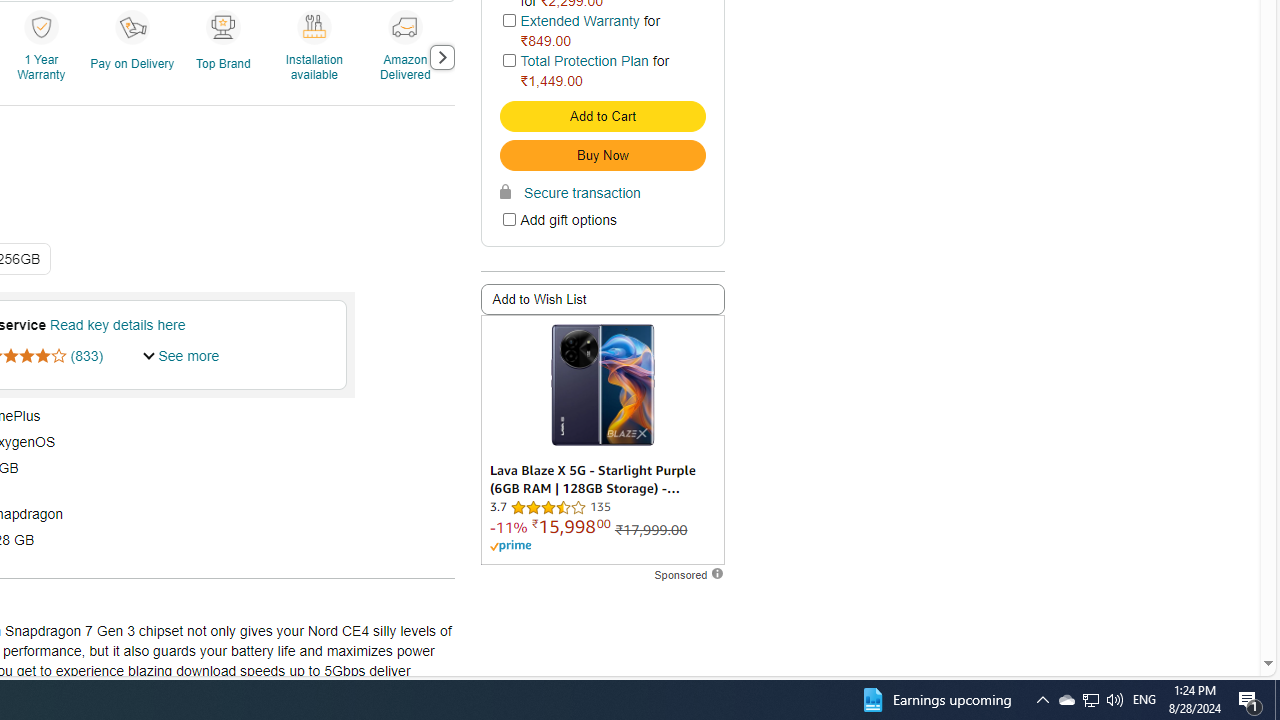  Describe the element at coordinates (601, 154) in the screenshot. I see `'Buy Now'` at that location.